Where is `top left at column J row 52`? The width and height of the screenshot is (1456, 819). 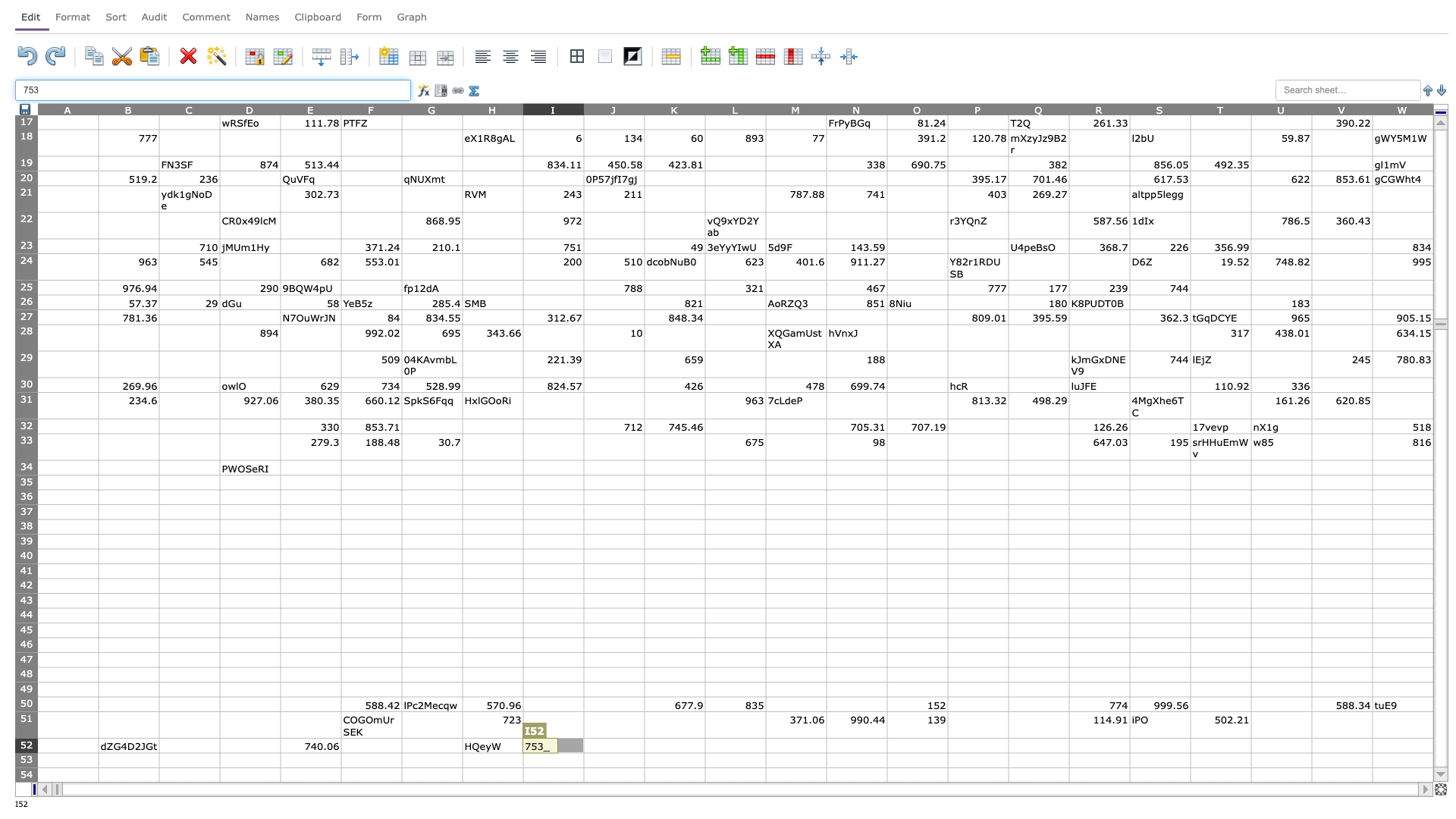 top left at column J row 52 is located at coordinates (582, 737).